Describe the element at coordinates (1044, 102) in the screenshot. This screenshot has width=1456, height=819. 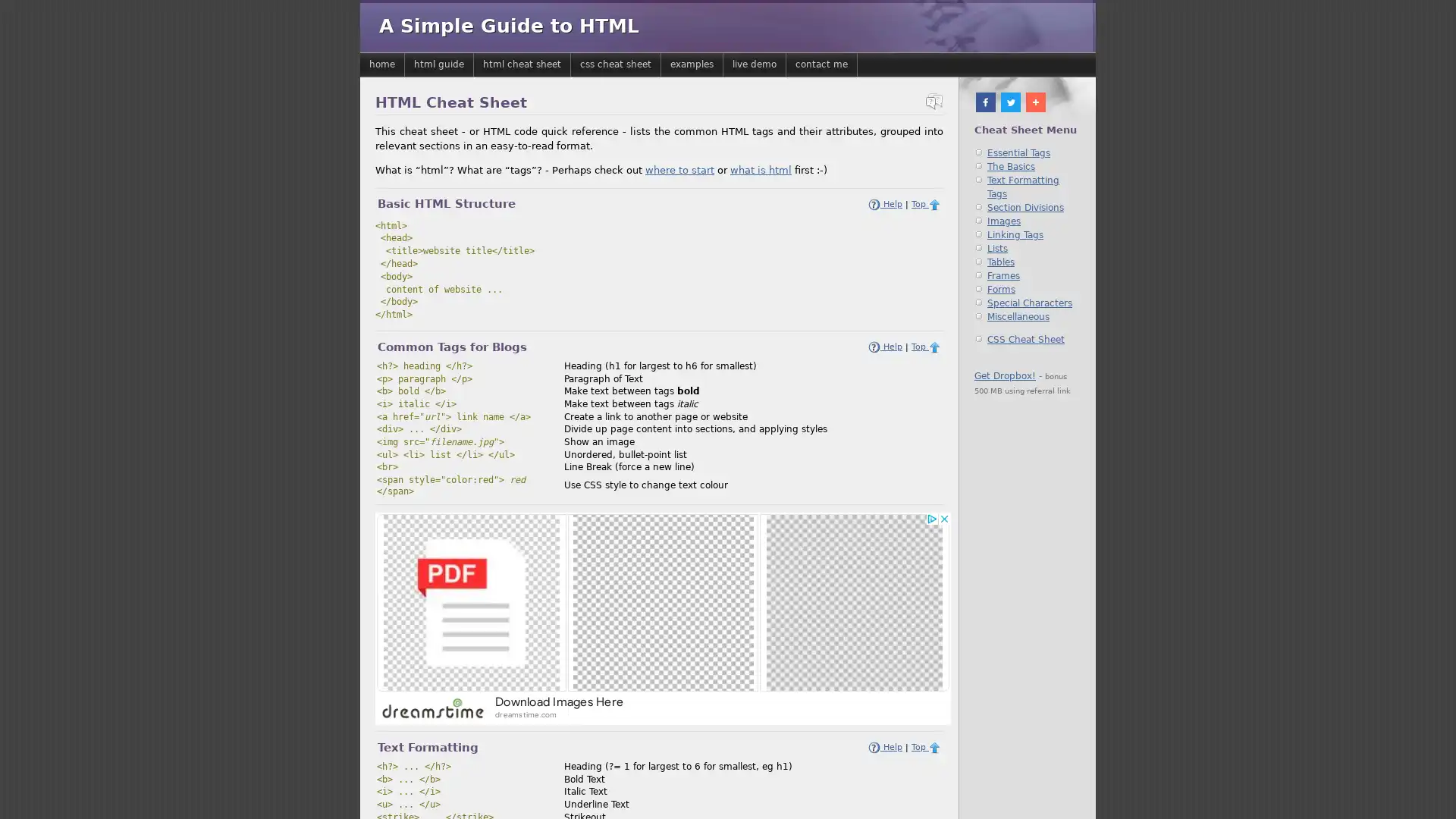
I see `Share to More 2.4K` at that location.